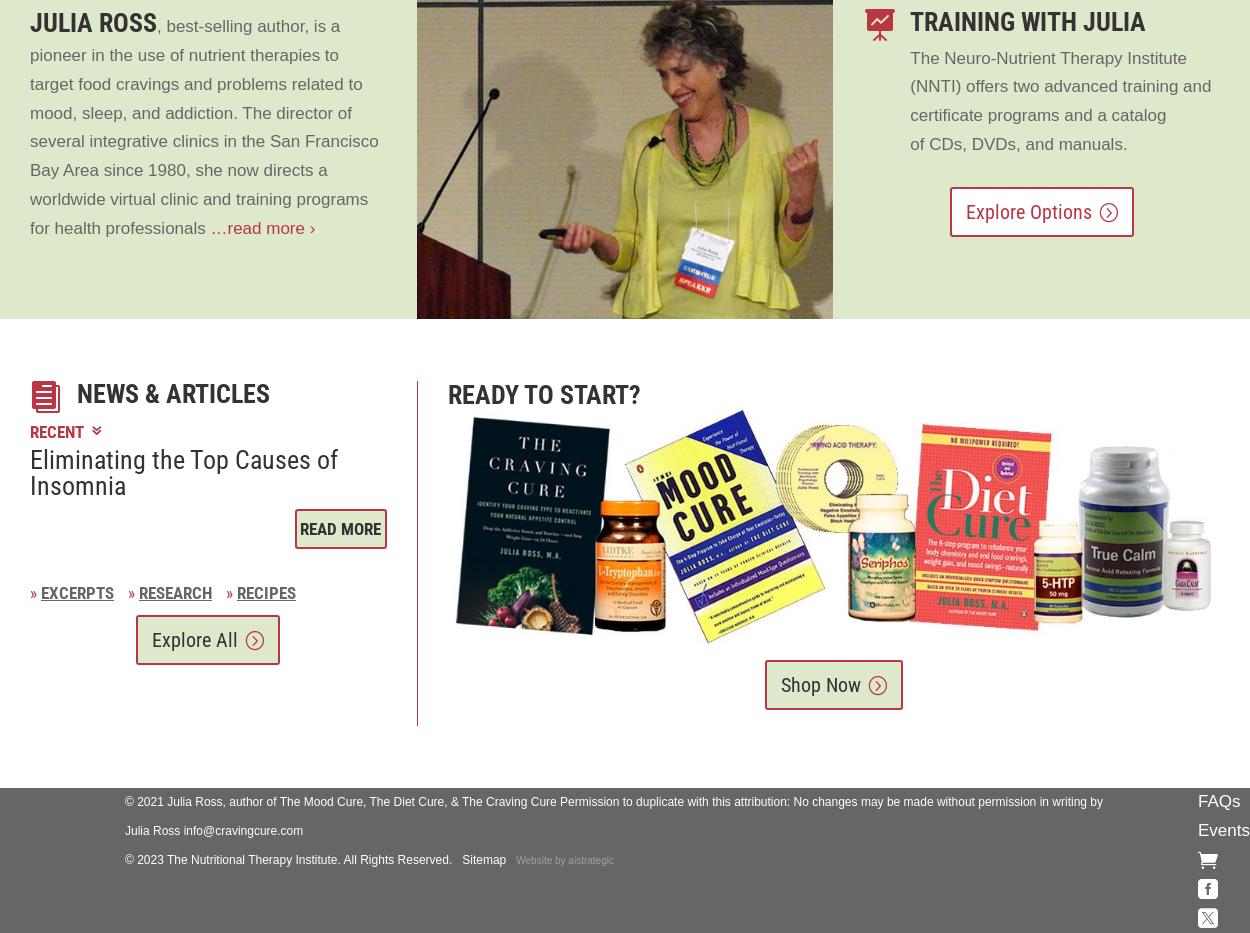  Describe the element at coordinates (76, 593) in the screenshot. I see `'Excerpts'` at that location.